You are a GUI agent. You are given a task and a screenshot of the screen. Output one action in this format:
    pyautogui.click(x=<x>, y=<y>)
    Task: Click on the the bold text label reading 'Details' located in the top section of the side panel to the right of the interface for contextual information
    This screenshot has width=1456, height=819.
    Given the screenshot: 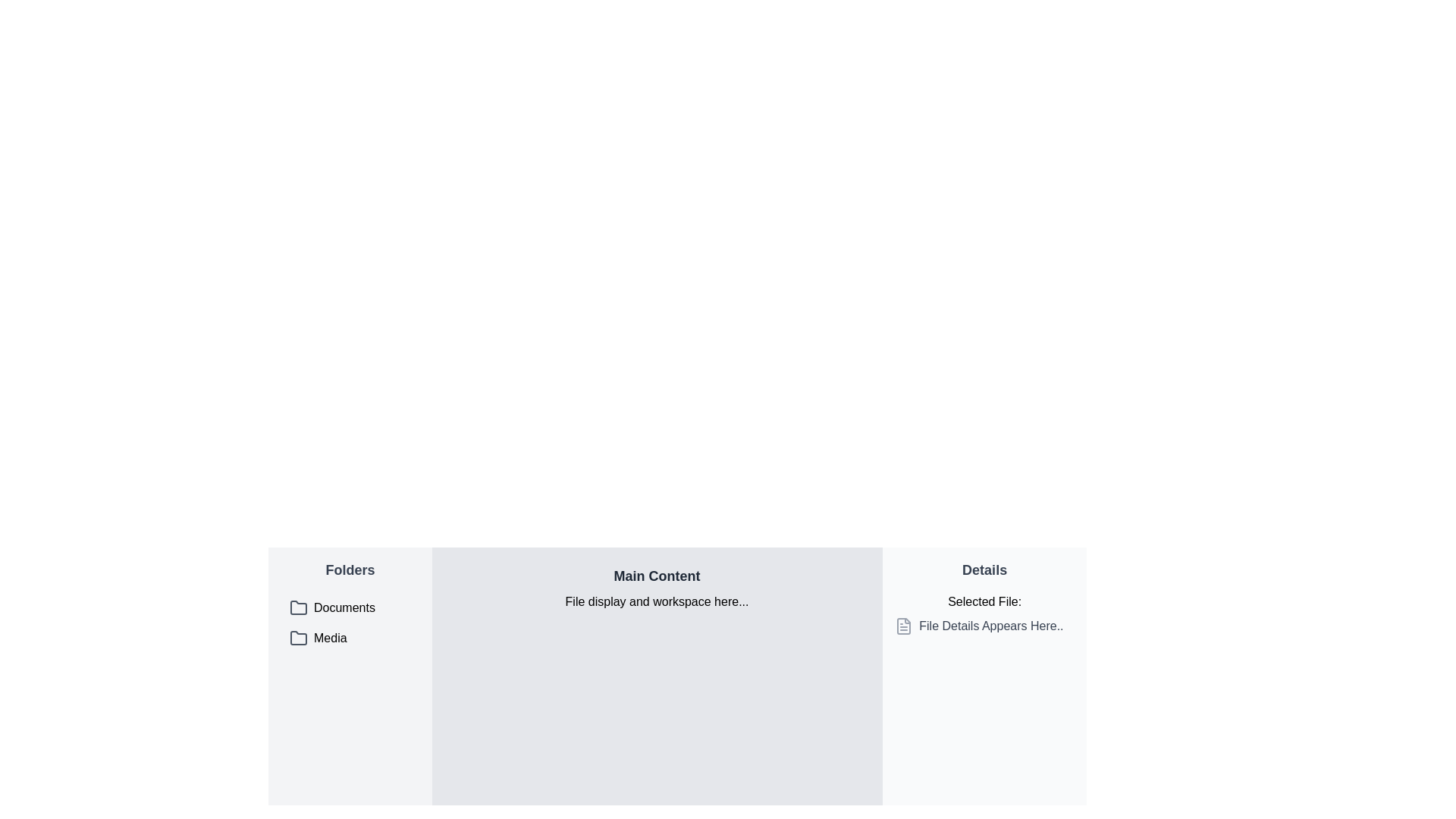 What is the action you would take?
    pyautogui.click(x=984, y=570)
    